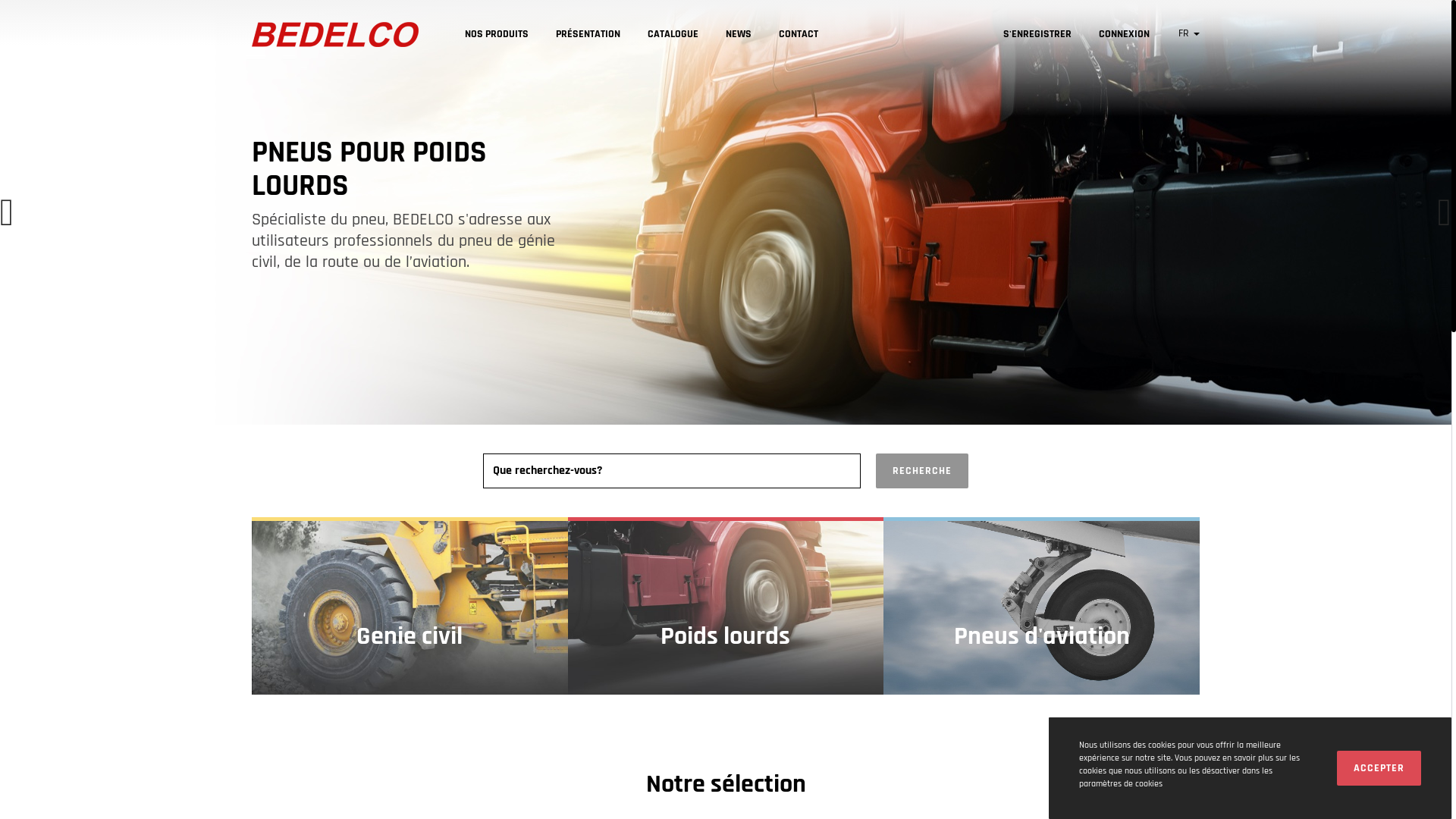 The height and width of the screenshot is (819, 1456). What do you see at coordinates (711, 34) in the screenshot?
I see `'NEWS'` at bounding box center [711, 34].